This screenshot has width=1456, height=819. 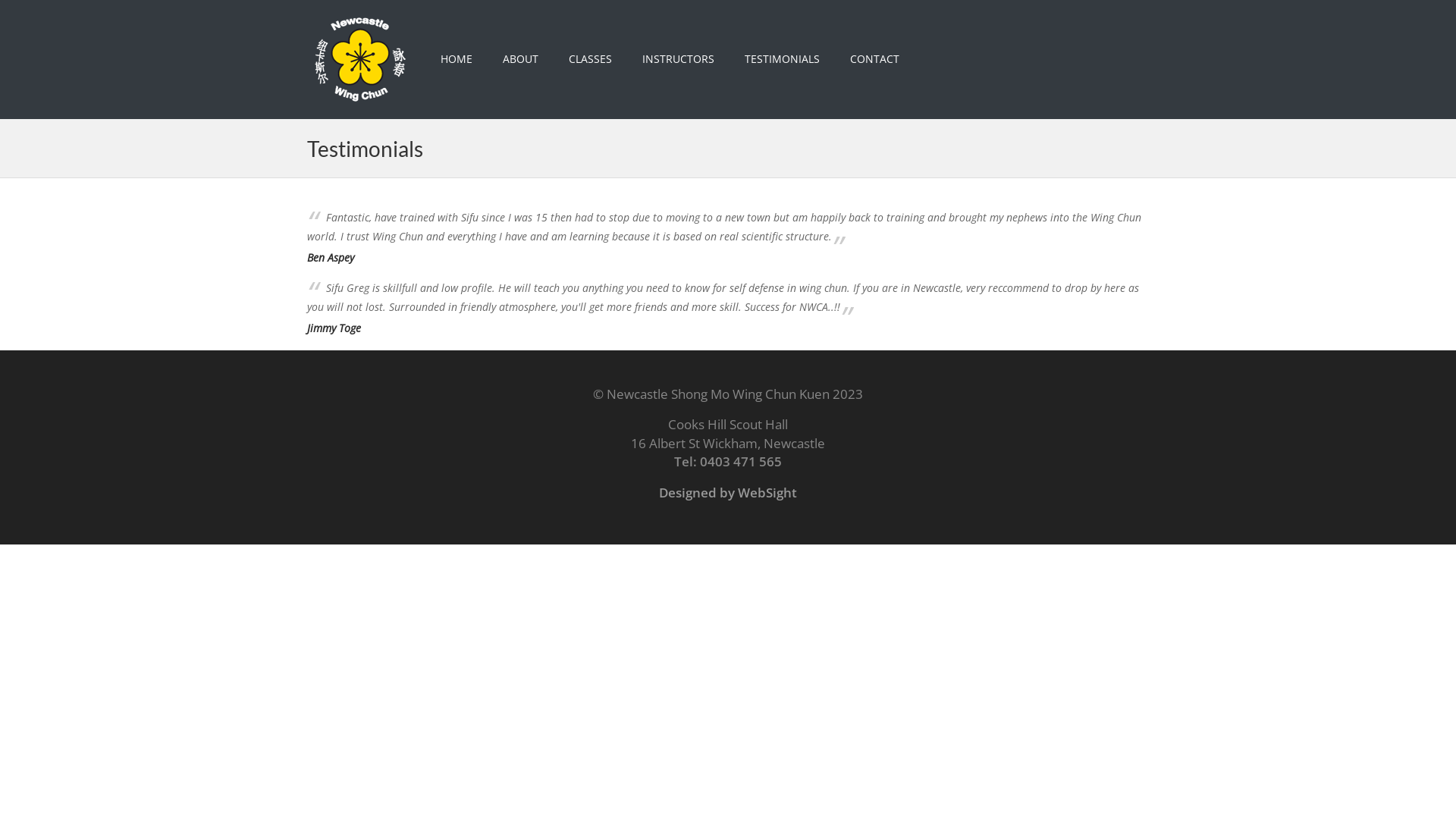 I want to click on 'Designed by WebSight', so click(x=728, y=492).